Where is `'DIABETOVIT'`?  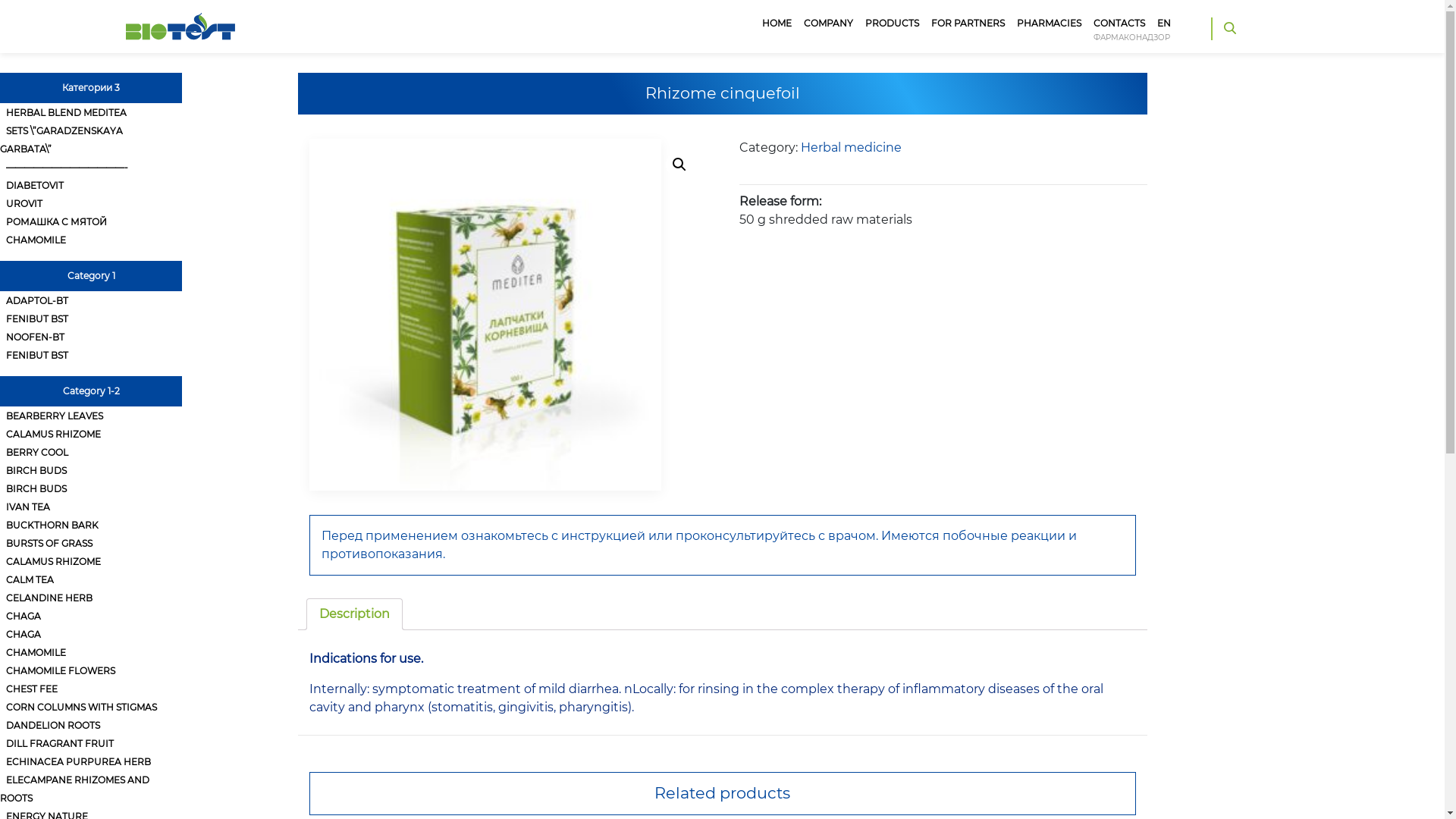 'DIABETOVIT' is located at coordinates (0, 184).